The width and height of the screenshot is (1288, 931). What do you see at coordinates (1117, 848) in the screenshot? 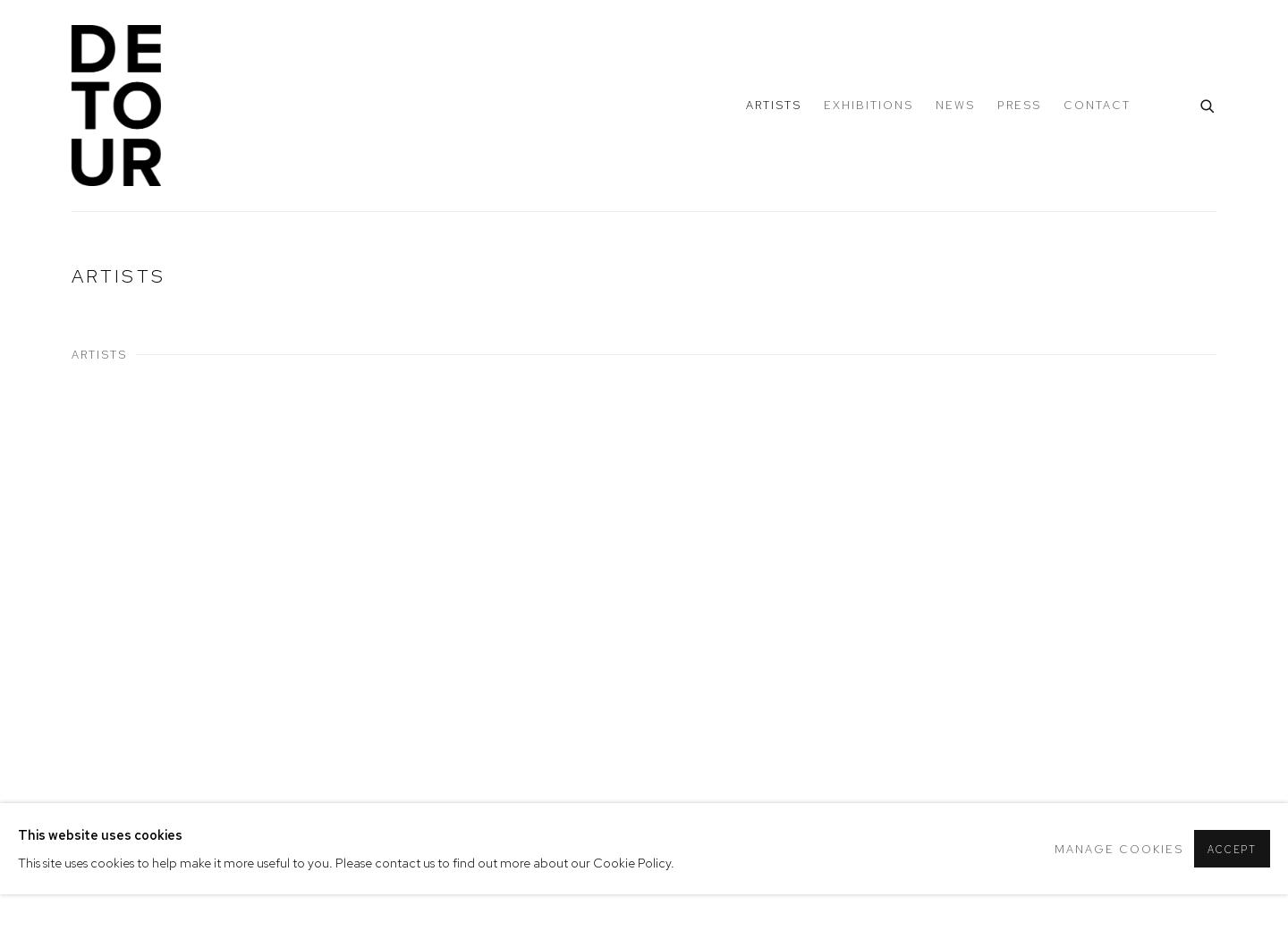
I see `'Manage cookies'` at bounding box center [1117, 848].